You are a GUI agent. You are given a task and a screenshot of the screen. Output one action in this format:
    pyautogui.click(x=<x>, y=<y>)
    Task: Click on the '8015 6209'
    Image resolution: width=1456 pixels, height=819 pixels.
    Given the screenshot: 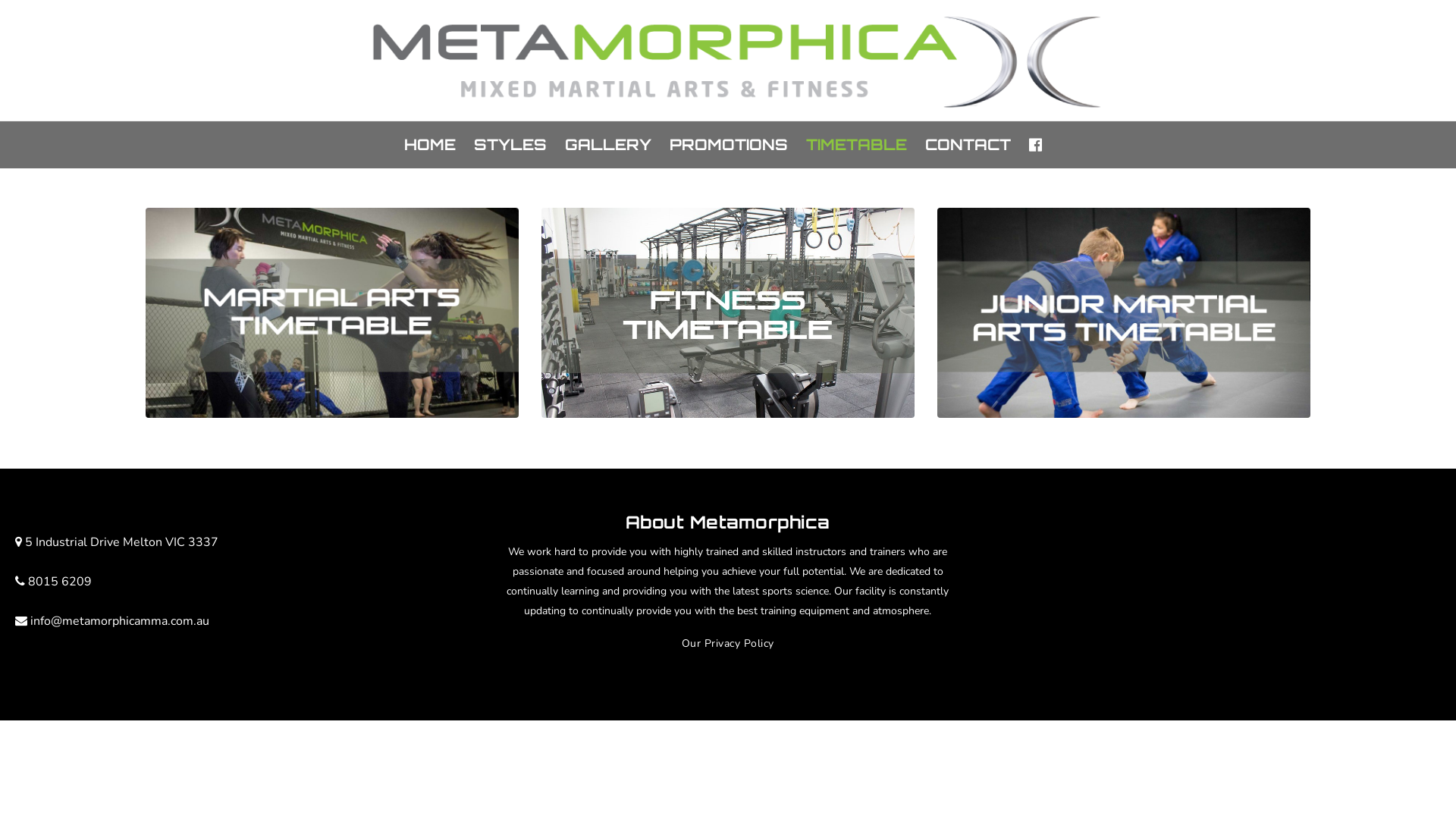 What is the action you would take?
    pyautogui.click(x=59, y=581)
    